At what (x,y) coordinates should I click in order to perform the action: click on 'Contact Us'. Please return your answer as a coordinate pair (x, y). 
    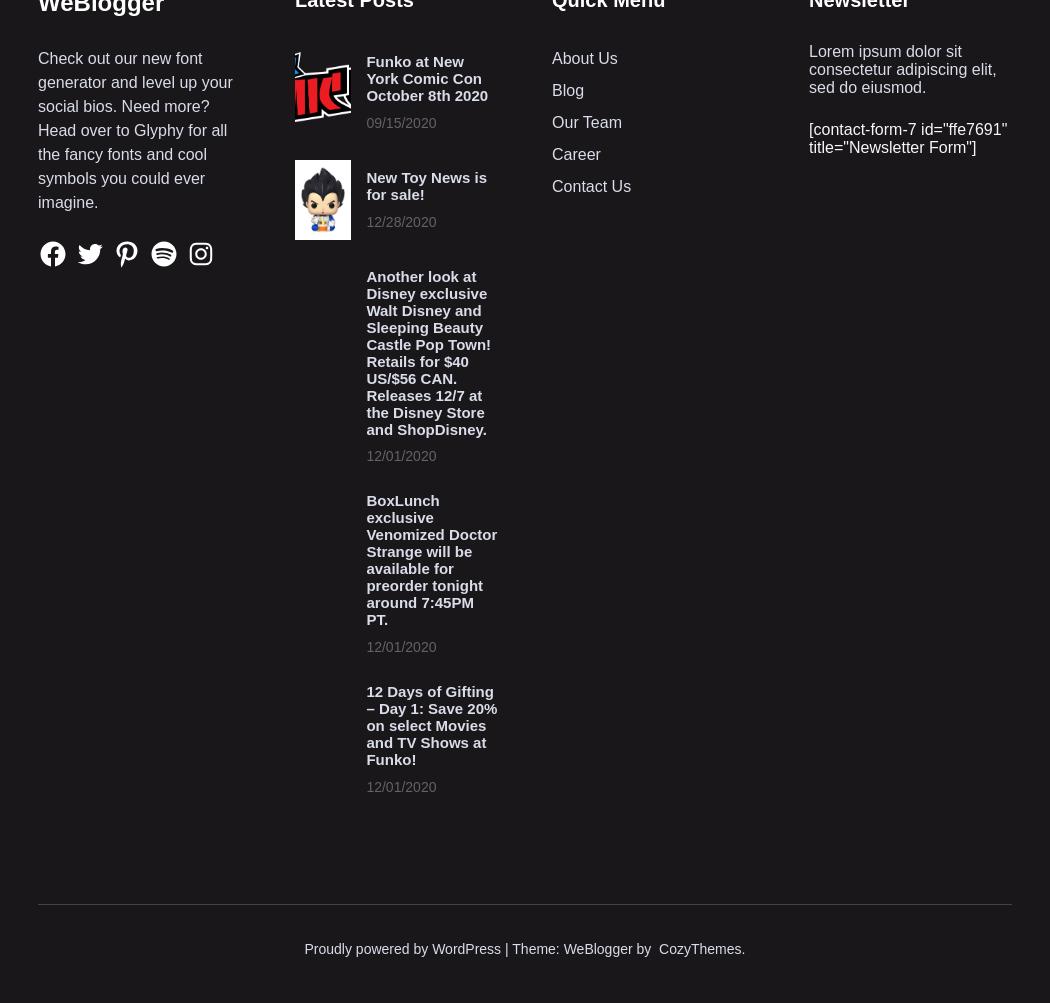
    Looking at the image, I should click on (590, 184).